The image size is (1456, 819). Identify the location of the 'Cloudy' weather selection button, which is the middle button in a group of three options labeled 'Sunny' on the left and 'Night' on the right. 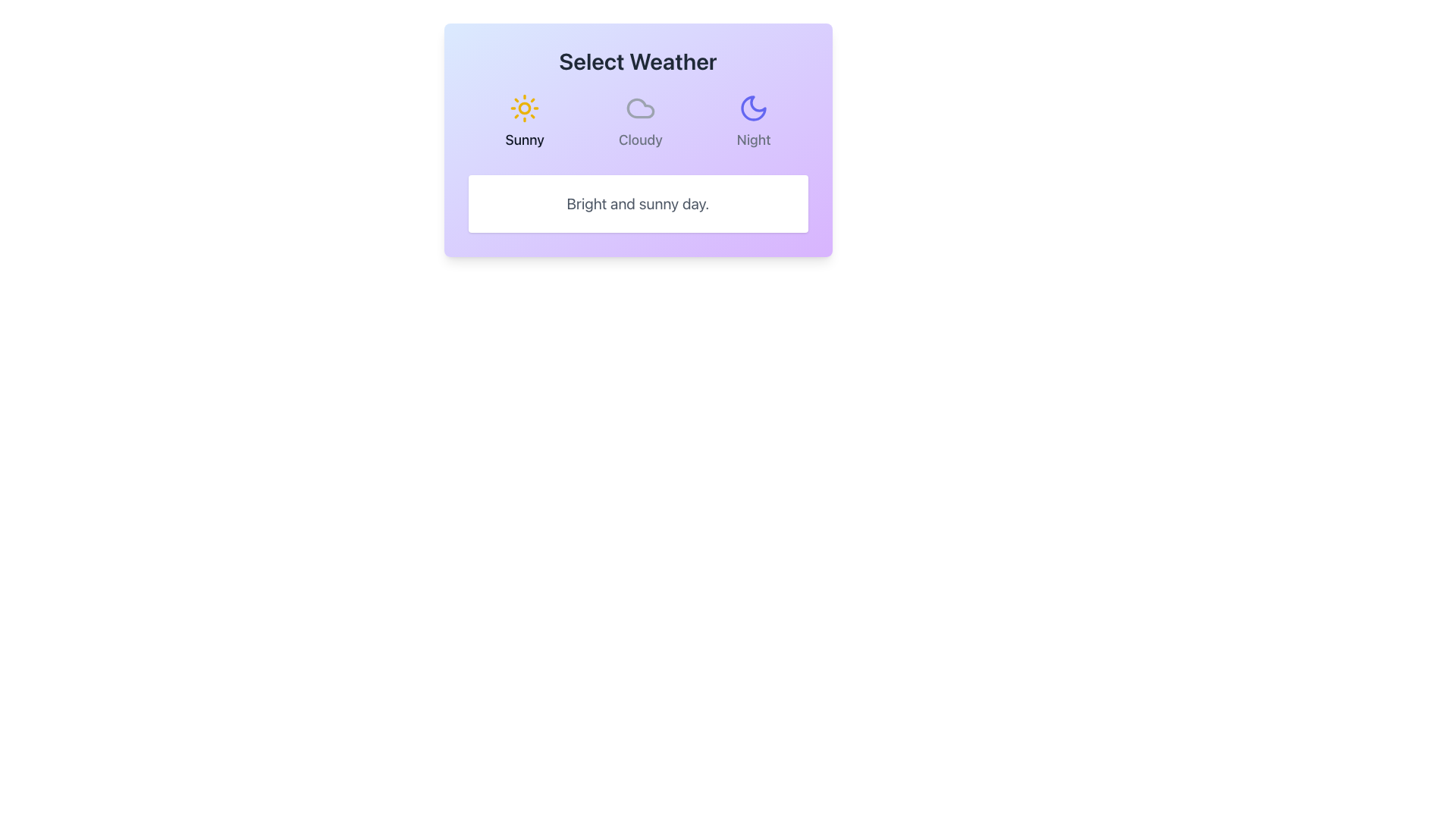
(640, 121).